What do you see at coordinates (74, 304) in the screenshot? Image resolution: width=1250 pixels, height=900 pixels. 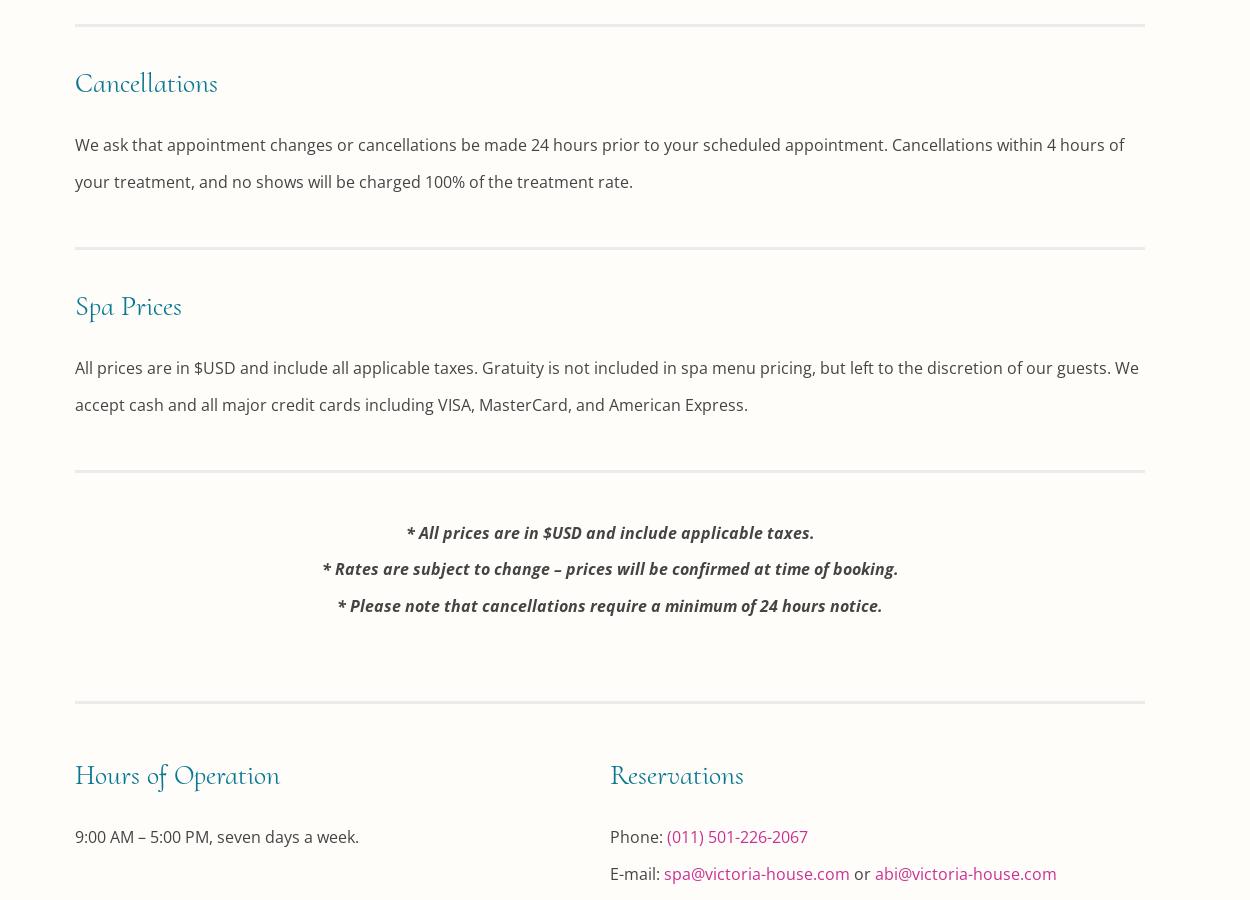 I see `'Spa Prices'` at bounding box center [74, 304].